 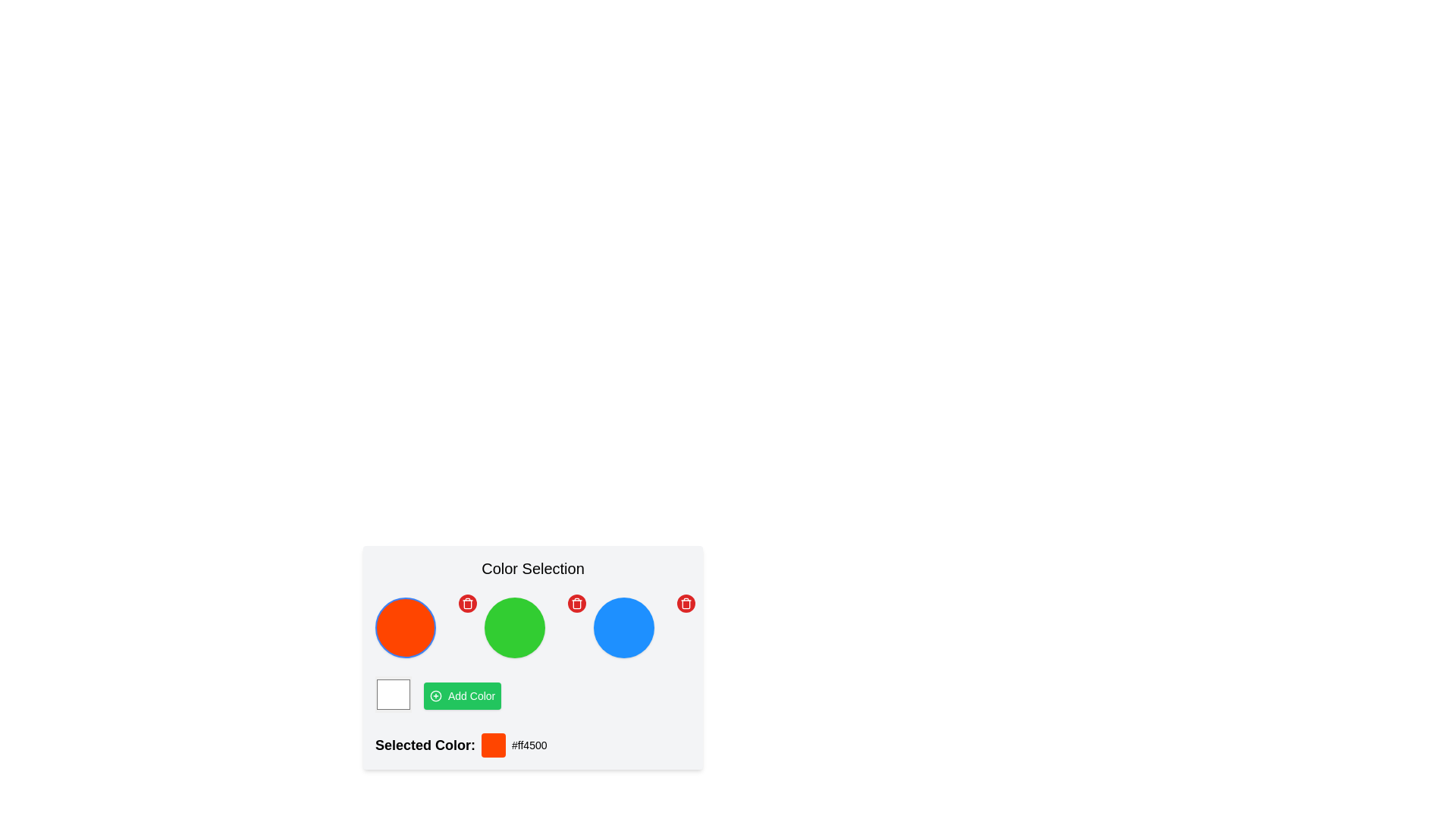 What do you see at coordinates (467, 602) in the screenshot?
I see `the small circular button with a red background and a white trash can icon` at bounding box center [467, 602].